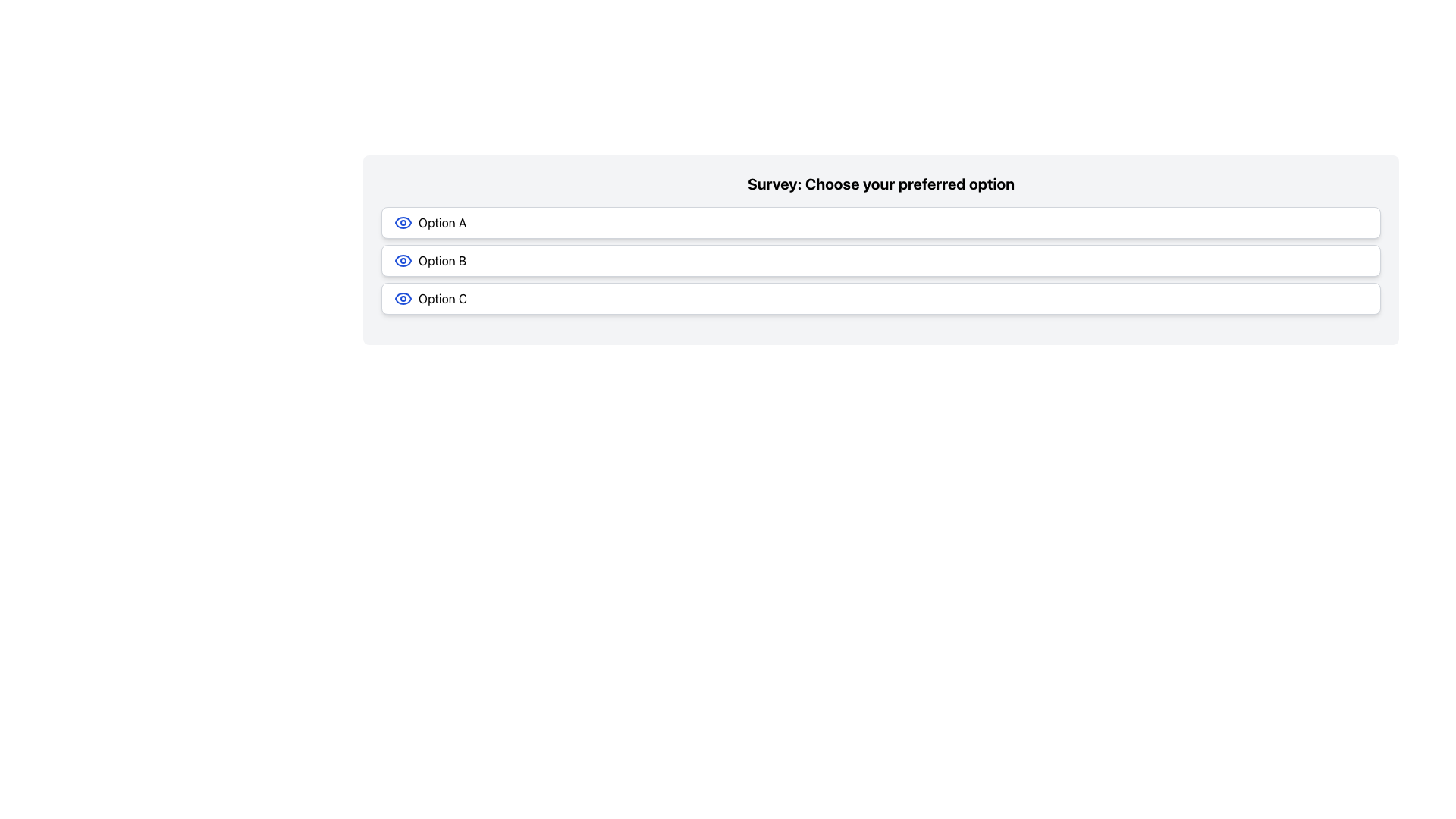  Describe the element at coordinates (880, 184) in the screenshot. I see `the bold text label reading 'Survey: Choose your preferred option', which serves as the title of the survey section` at that location.